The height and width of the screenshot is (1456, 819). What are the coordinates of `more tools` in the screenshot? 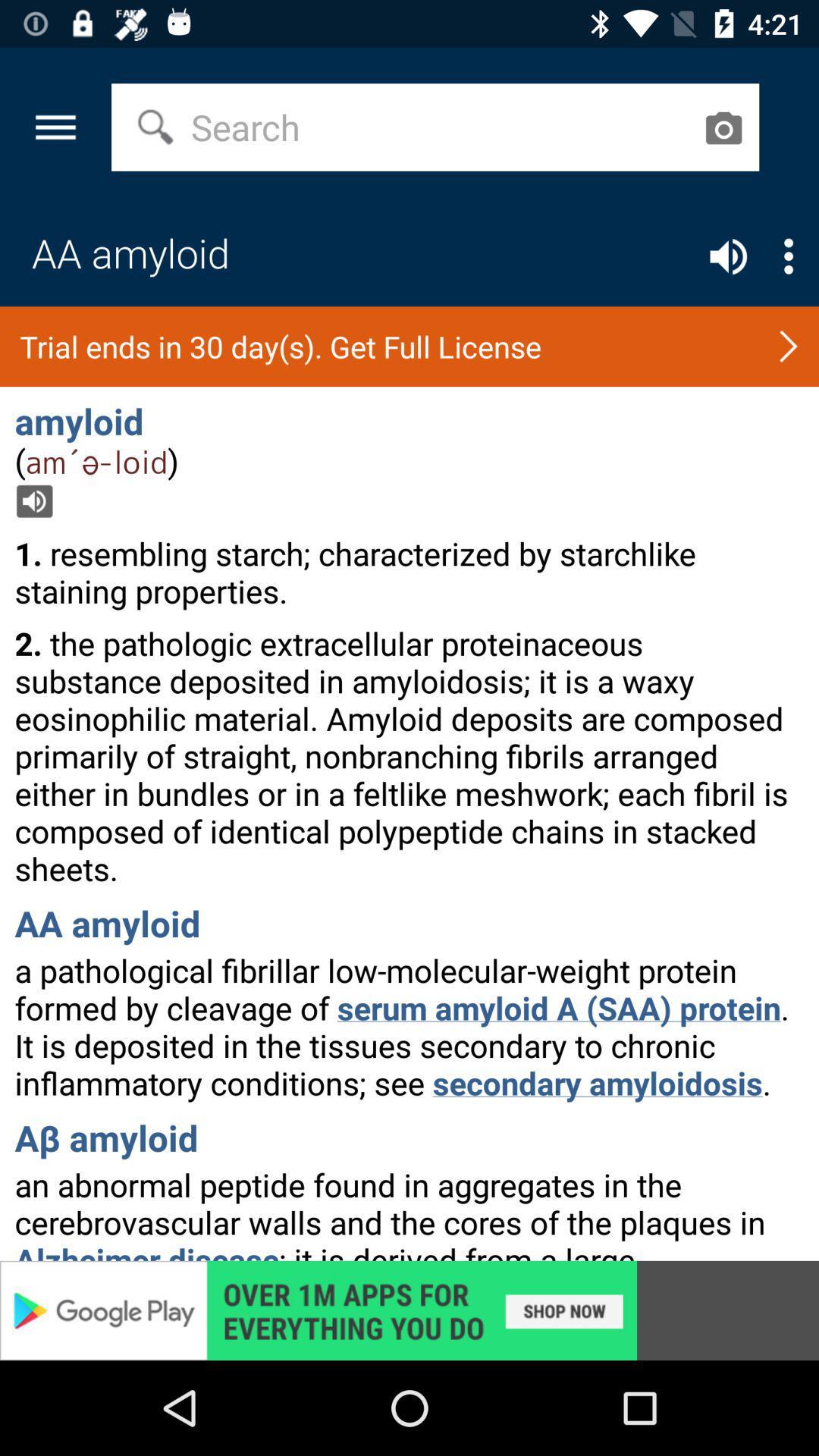 It's located at (788, 256).